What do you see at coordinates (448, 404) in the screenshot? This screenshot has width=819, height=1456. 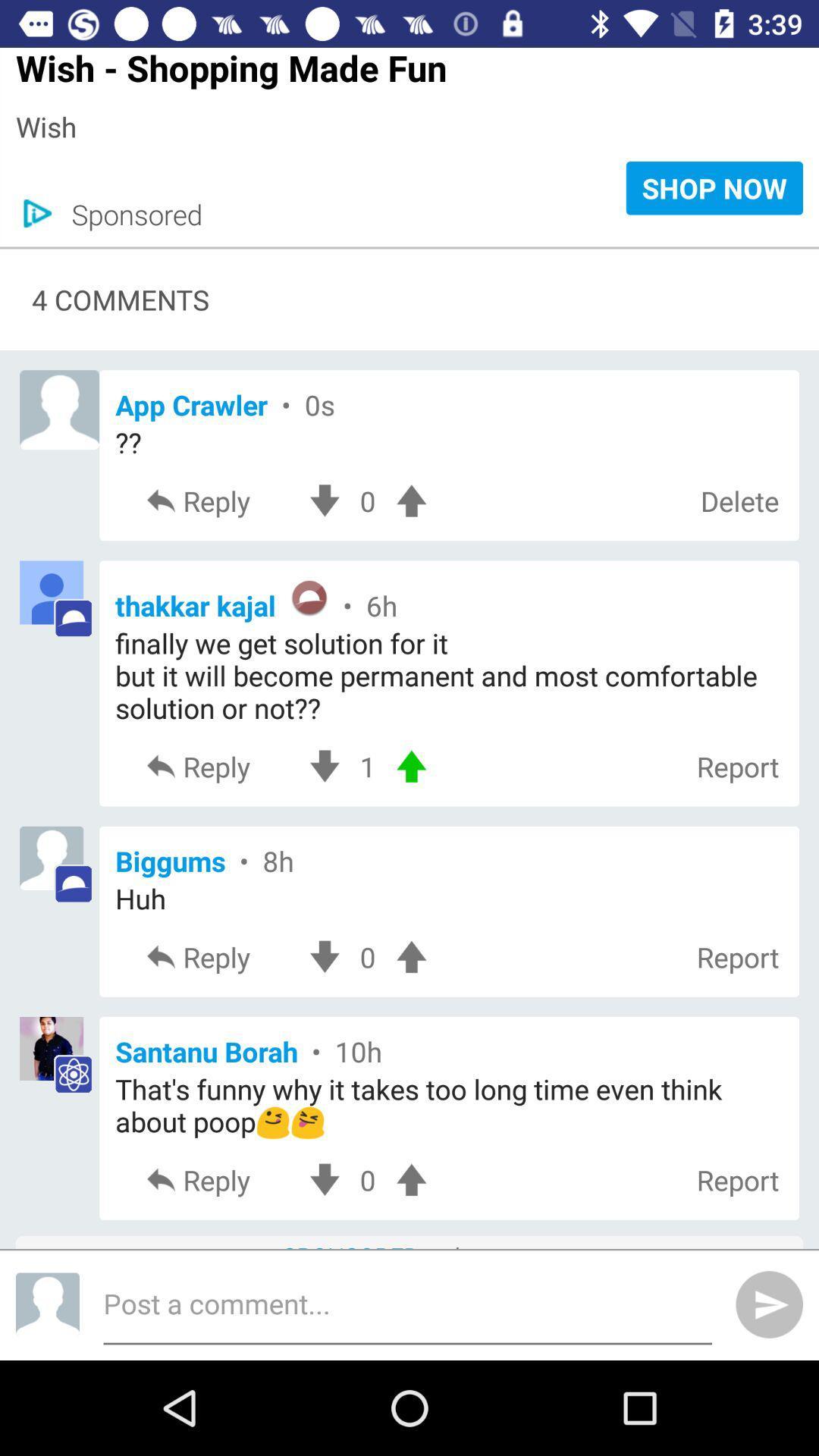 I see `the text app crawler which is right side of the user icon` at bounding box center [448, 404].